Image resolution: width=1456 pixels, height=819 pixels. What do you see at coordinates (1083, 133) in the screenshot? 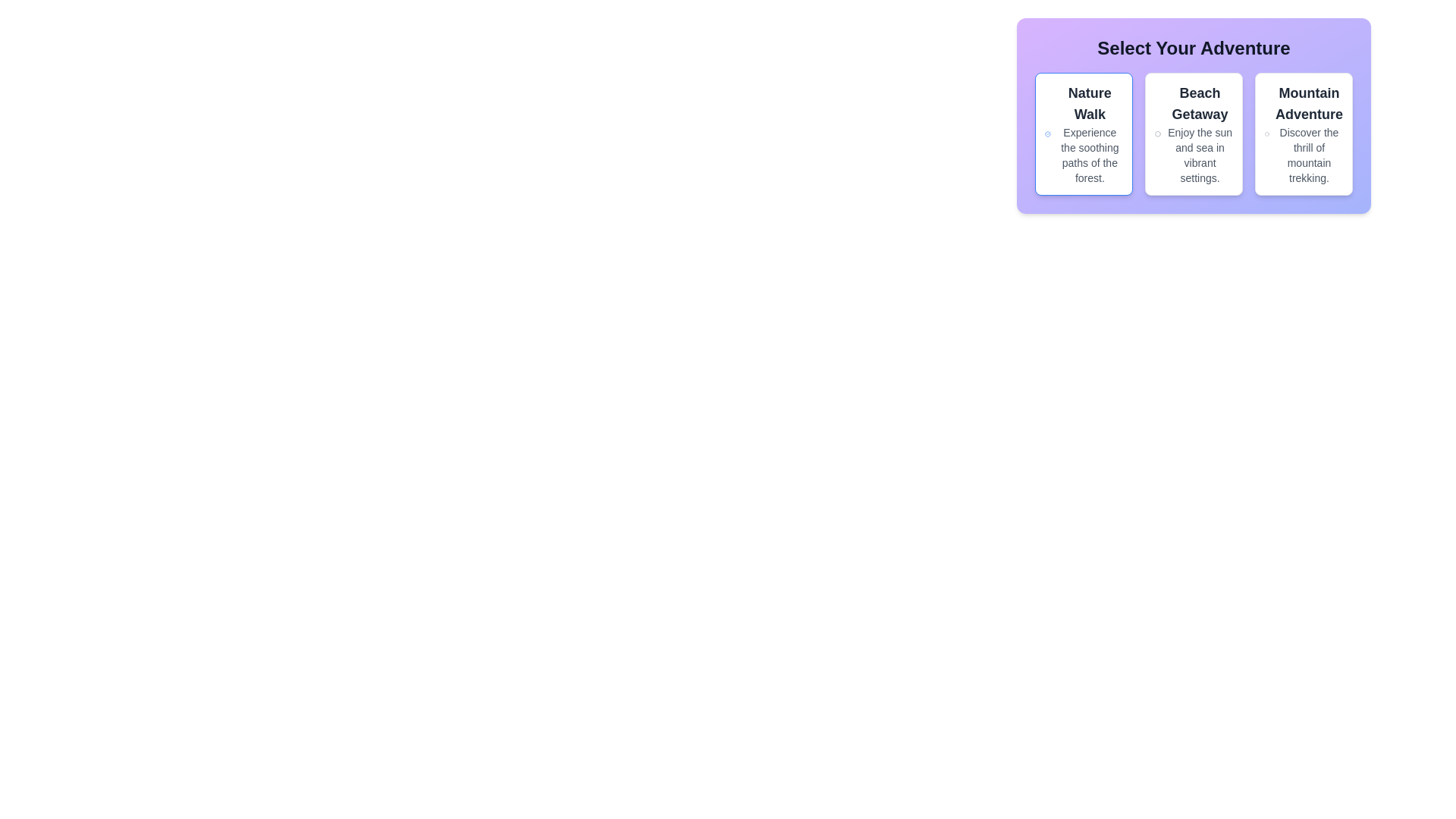
I see `the first Card component in the grid that presents the 'Nature Walk' experience option` at bounding box center [1083, 133].